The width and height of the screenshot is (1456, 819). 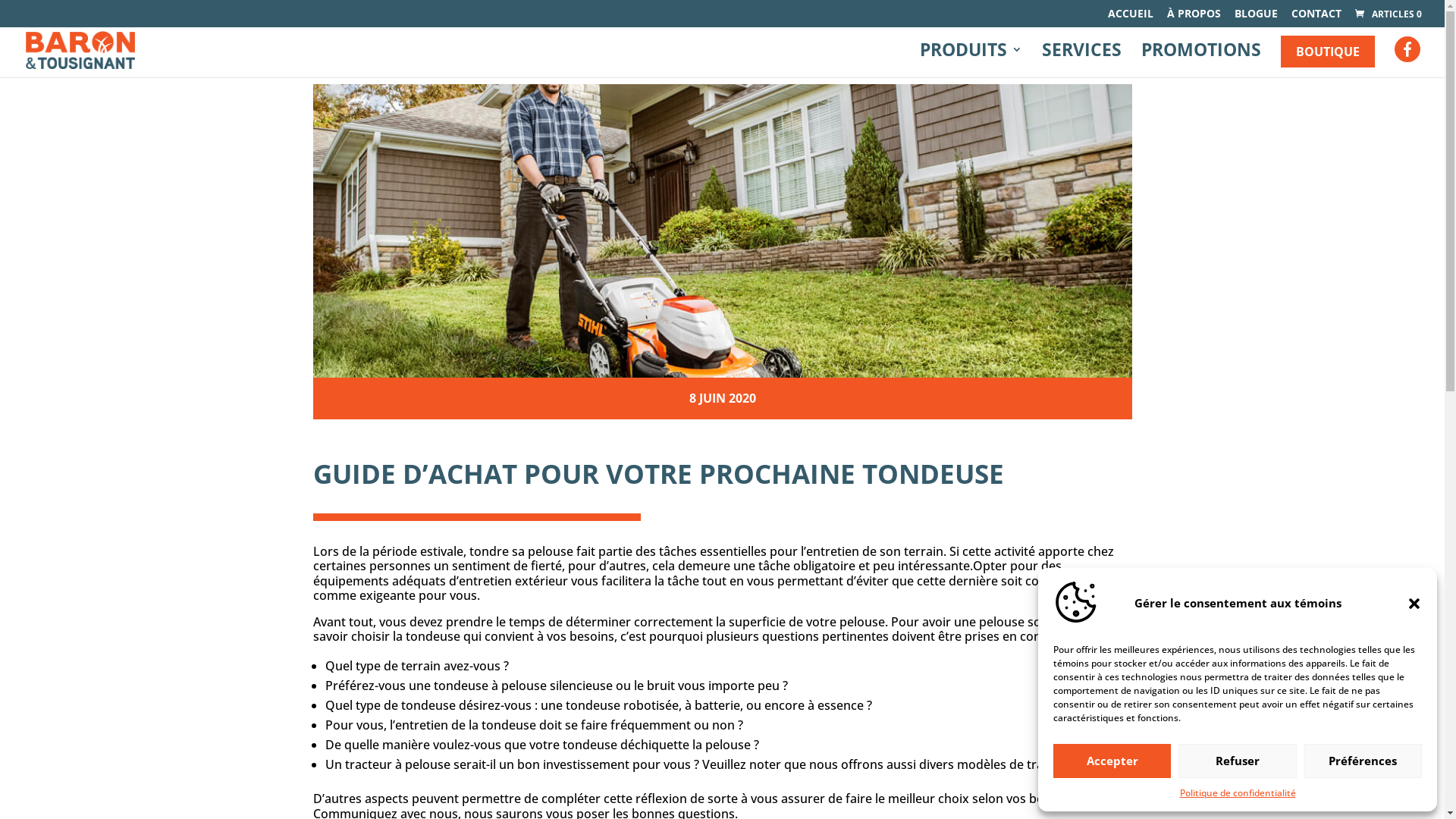 What do you see at coordinates (1081, 60) in the screenshot?
I see `'SERVICES'` at bounding box center [1081, 60].